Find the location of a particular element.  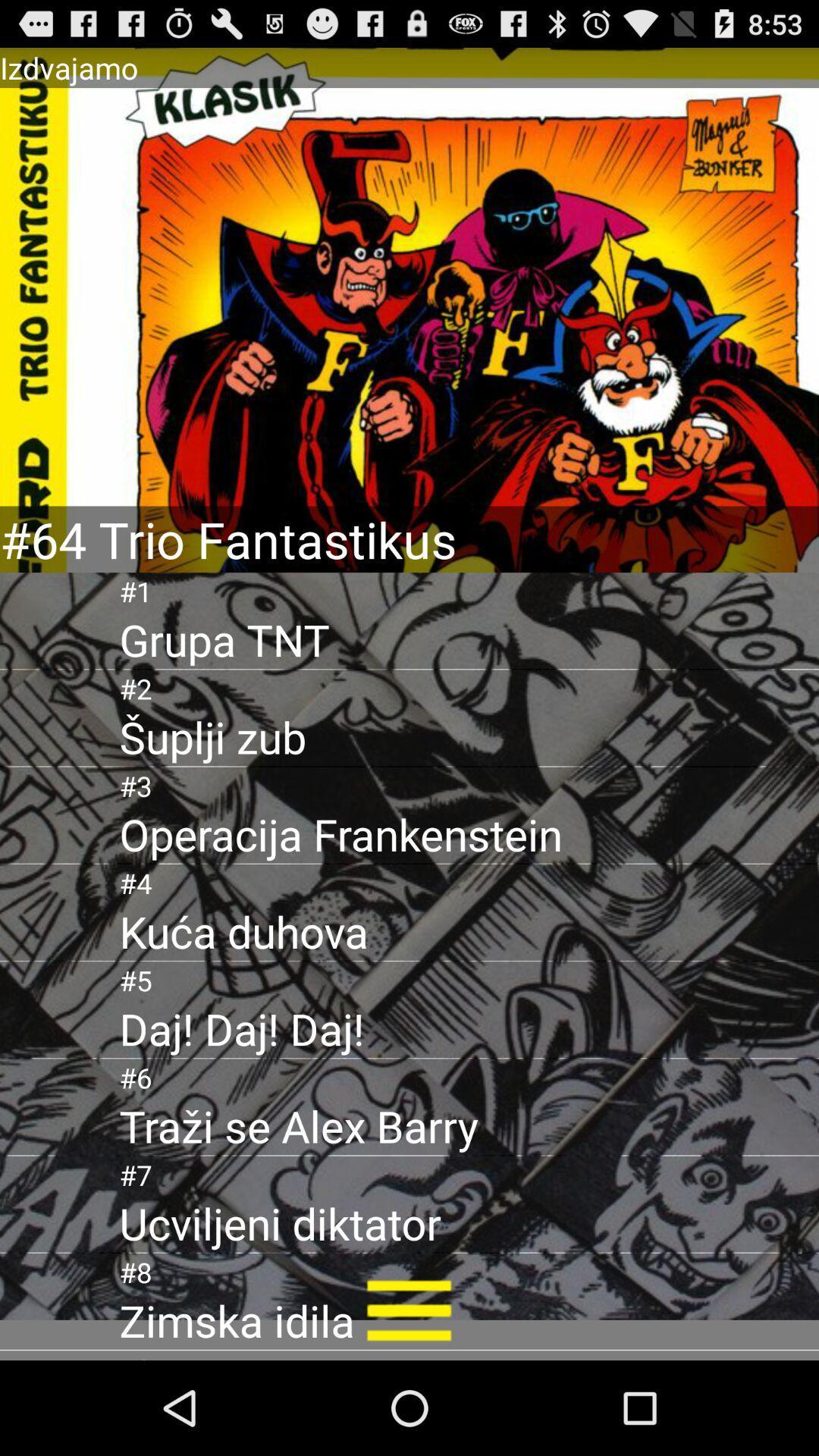

the menu icon is located at coordinates (408, 1401).